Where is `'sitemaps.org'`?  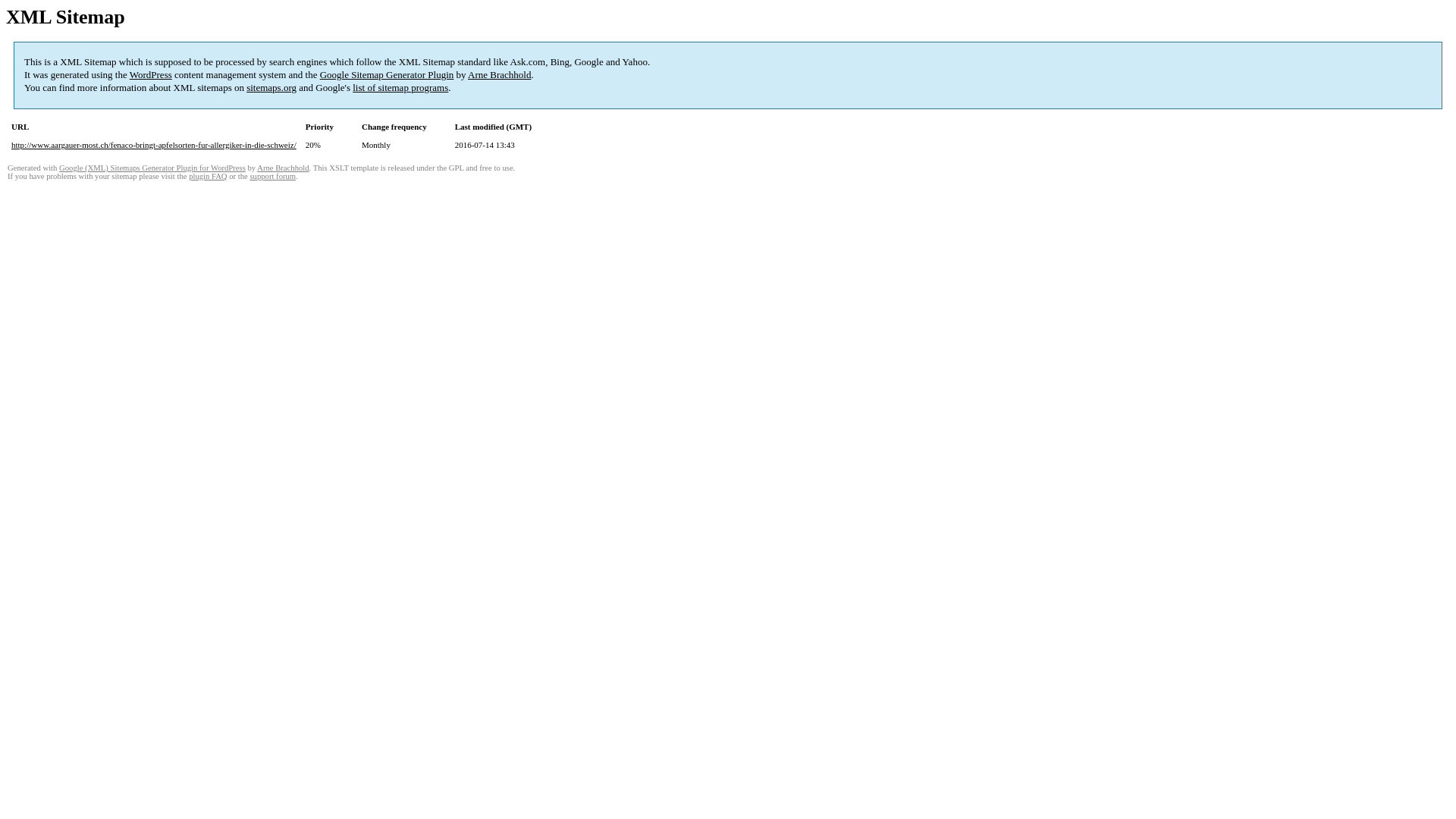 'sitemaps.org' is located at coordinates (271, 87).